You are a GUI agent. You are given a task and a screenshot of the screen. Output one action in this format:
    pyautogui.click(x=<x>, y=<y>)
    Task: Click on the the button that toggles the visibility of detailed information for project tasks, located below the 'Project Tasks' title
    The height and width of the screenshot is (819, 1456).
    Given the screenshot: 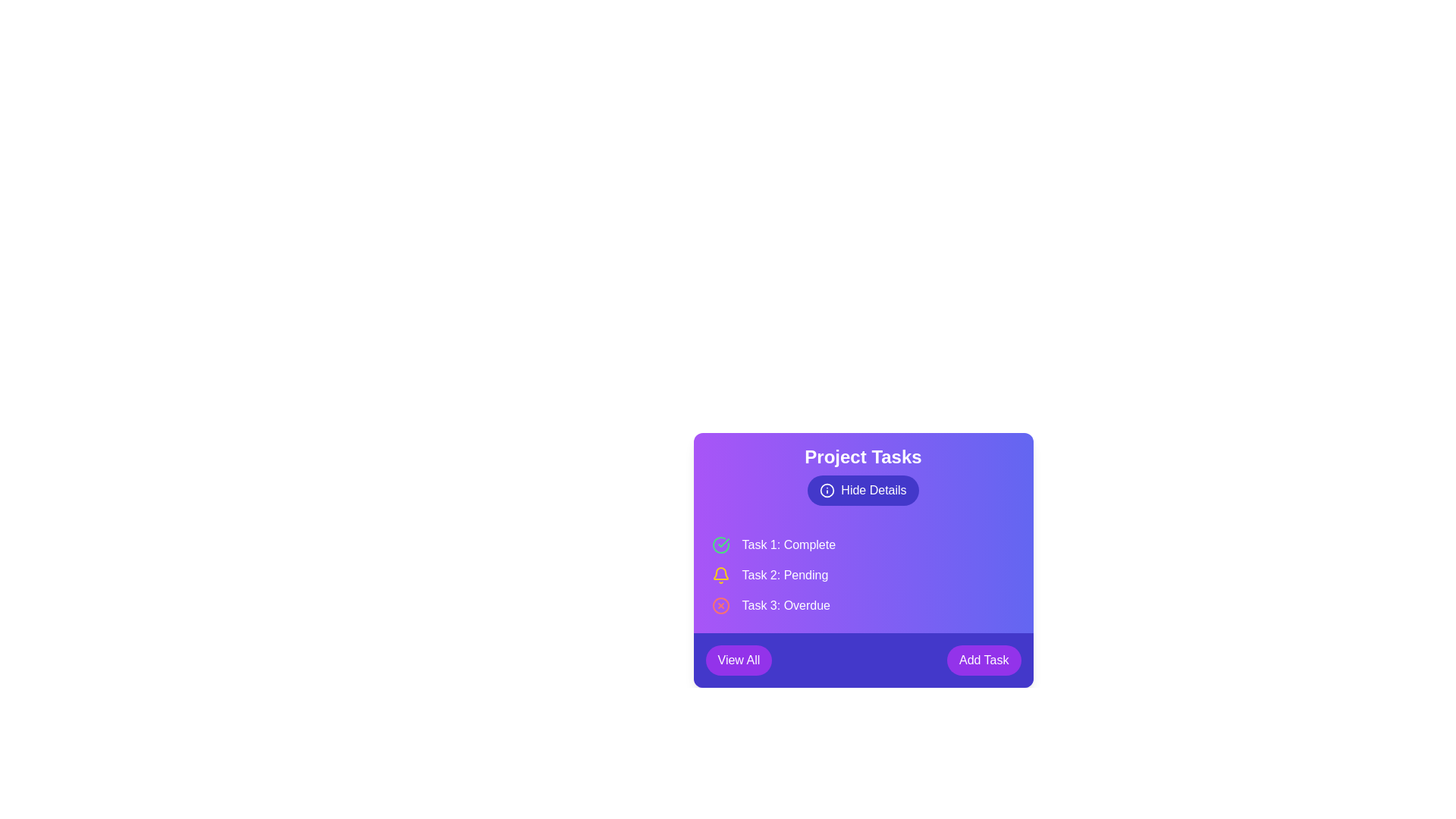 What is the action you would take?
    pyautogui.click(x=862, y=491)
    